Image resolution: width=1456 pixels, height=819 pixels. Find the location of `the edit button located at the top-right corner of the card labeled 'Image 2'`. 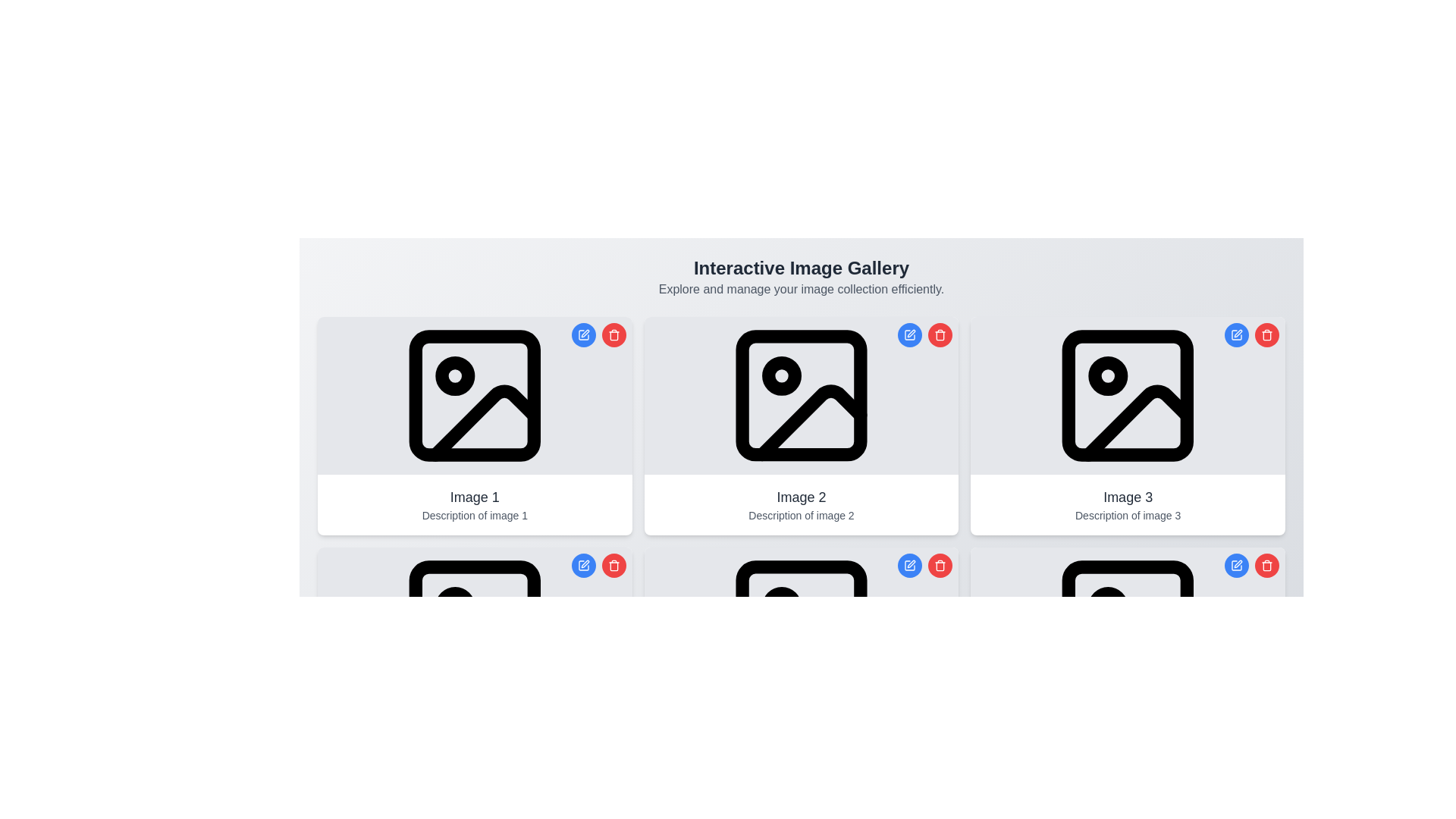

the edit button located at the top-right corner of the card labeled 'Image 2' is located at coordinates (910, 565).